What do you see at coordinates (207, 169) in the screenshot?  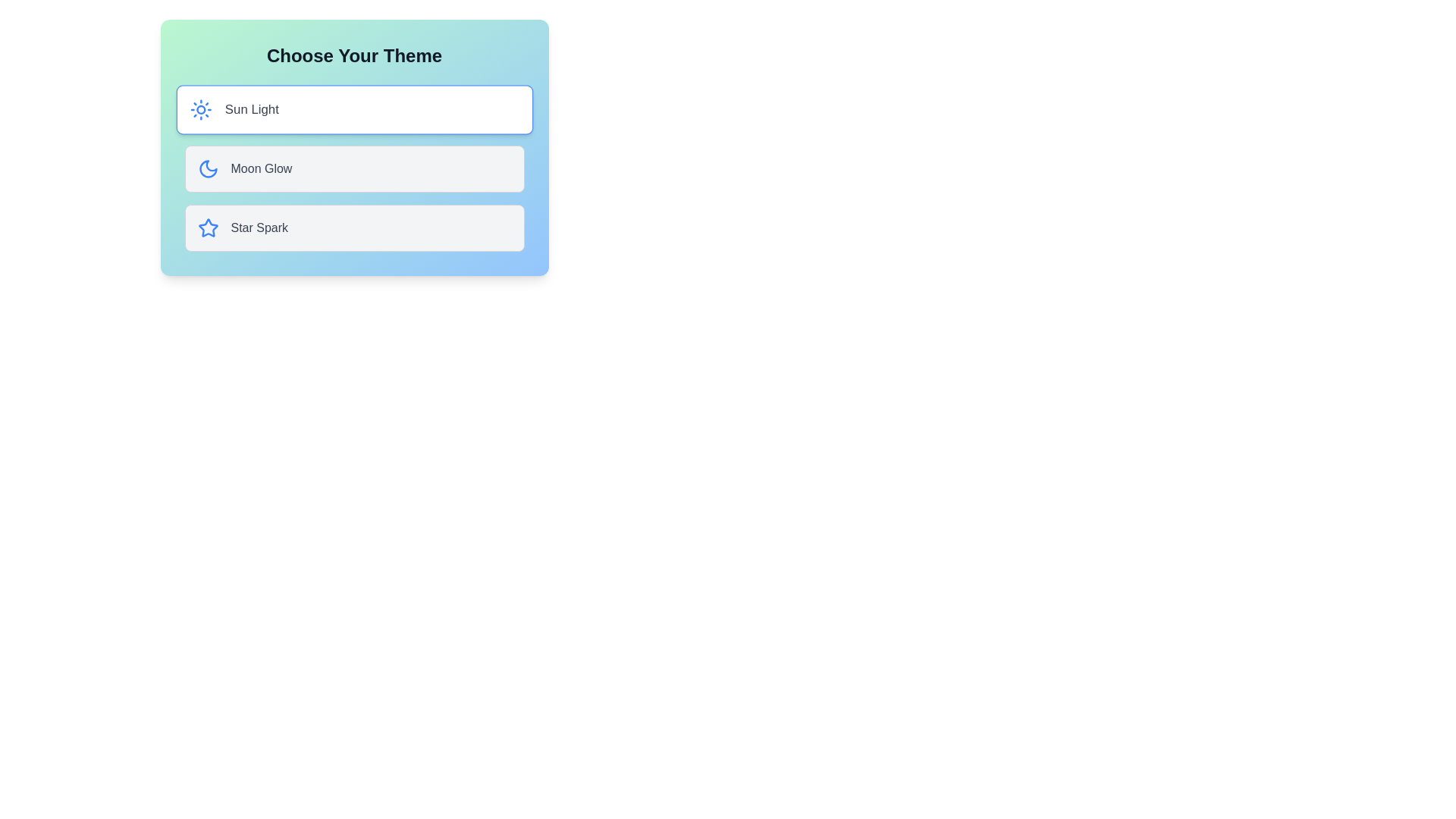 I see `the moon-shaped icon outlined in blue, located within the 'Moon Glow' option of the theme selection menu` at bounding box center [207, 169].